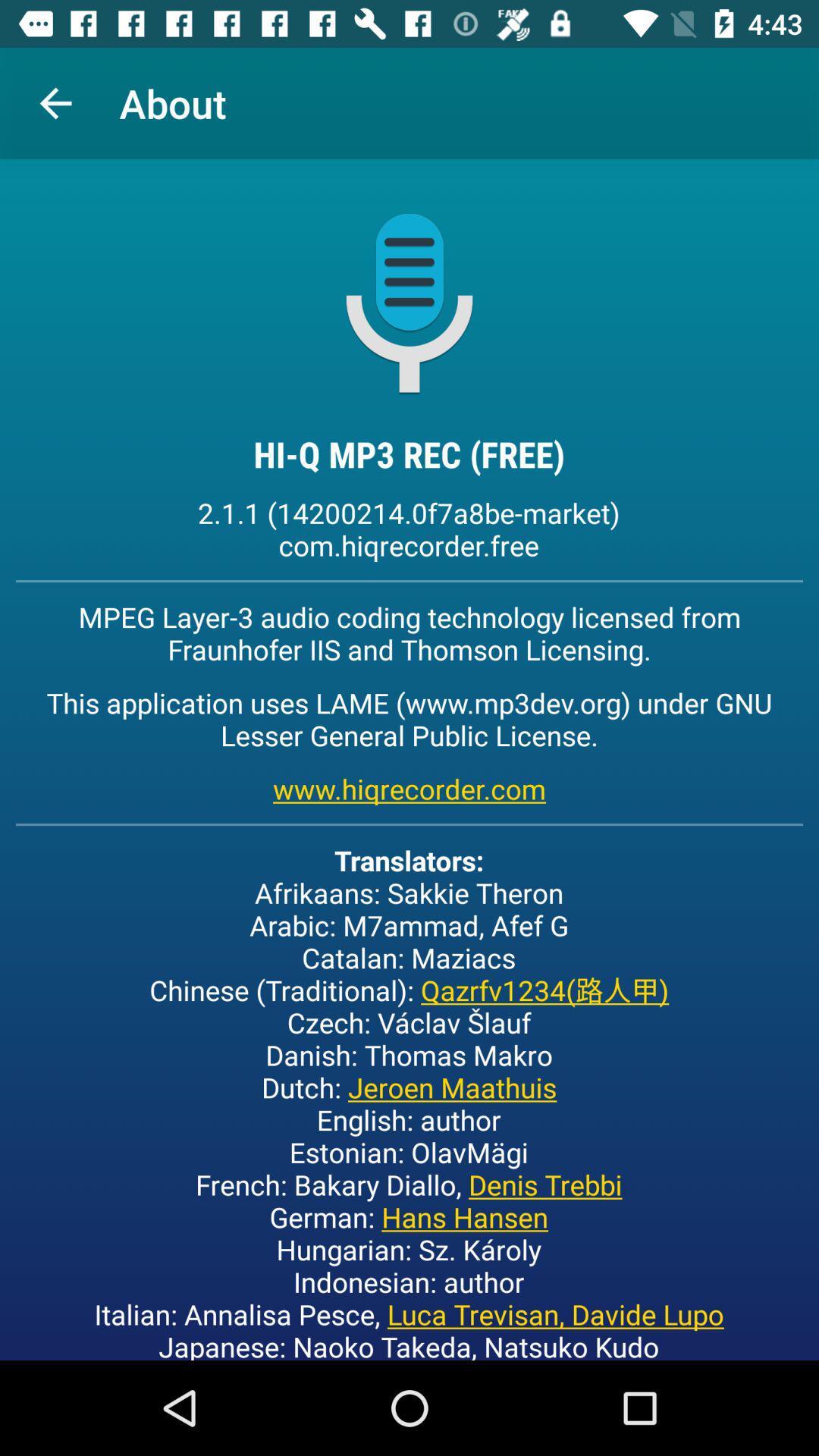 Image resolution: width=819 pixels, height=1456 pixels. Describe the element at coordinates (409, 302) in the screenshot. I see `the mike icon` at that location.